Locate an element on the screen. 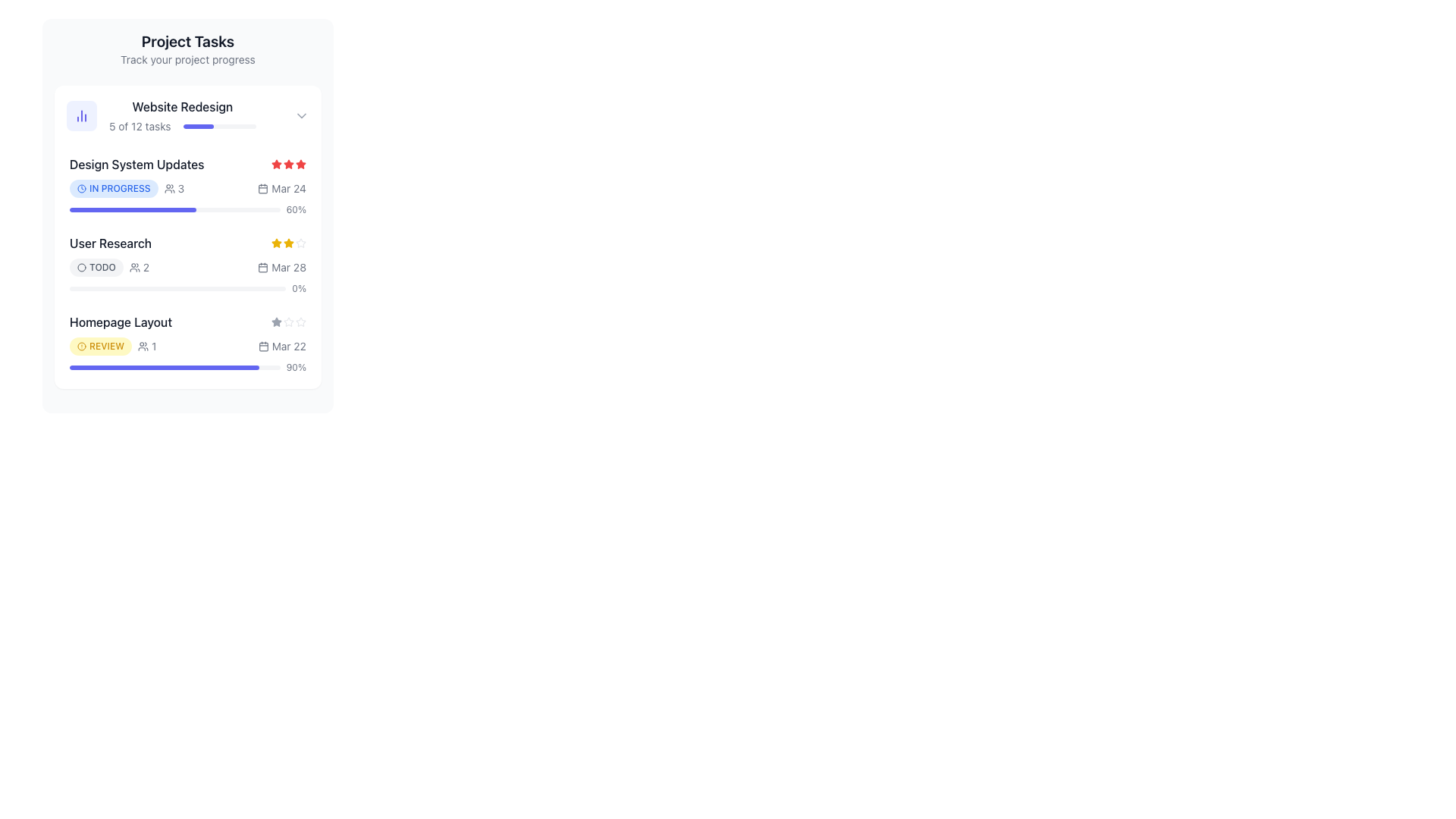 The width and height of the screenshot is (1456, 819). the circular button icon that serves as a visual indicator for the 'Website Redesign' project, located at the top left corner of the 'Project Tasks' card, before the text 'Website Redesign' is located at coordinates (81, 115).